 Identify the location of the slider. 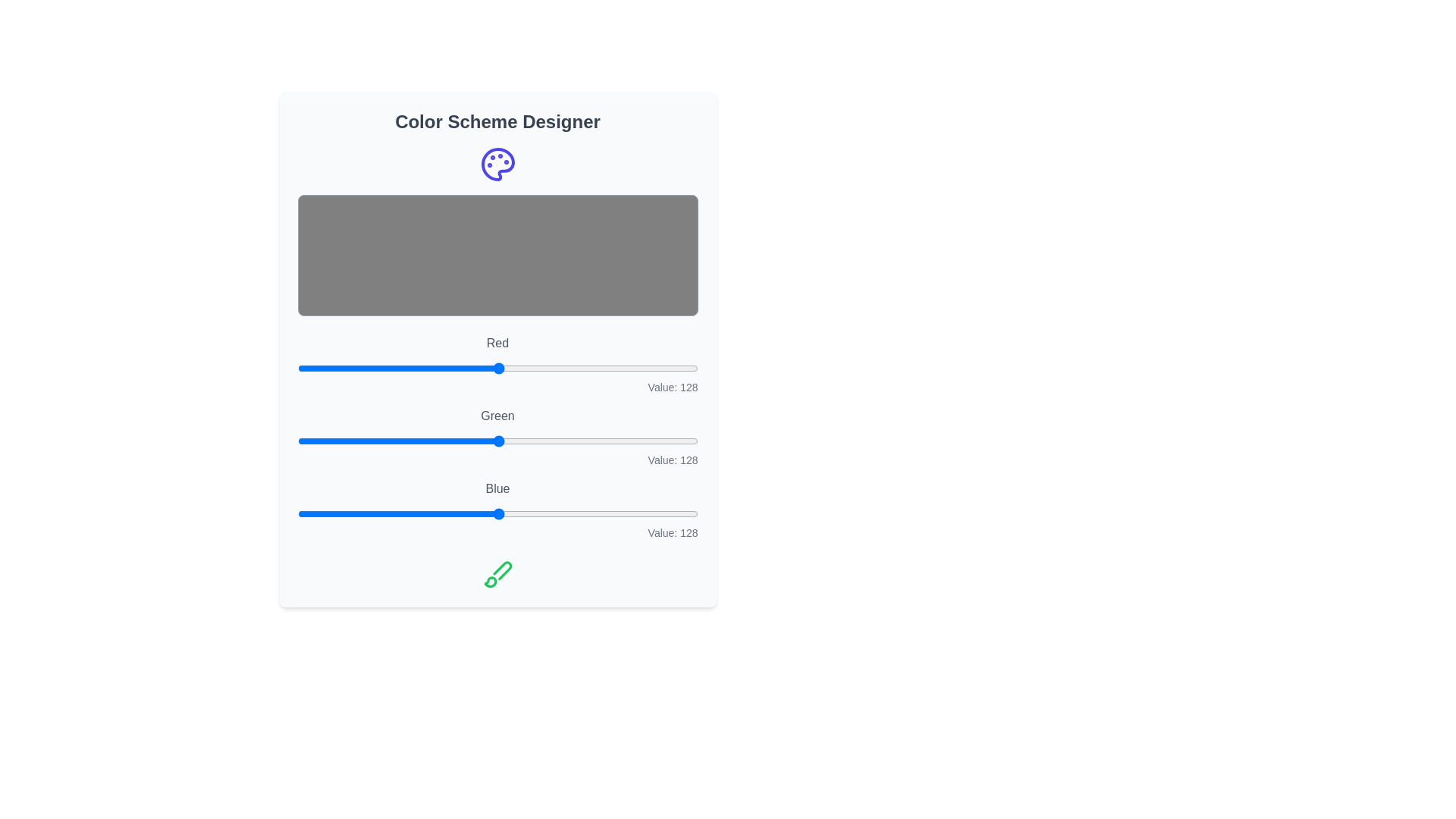
(441, 441).